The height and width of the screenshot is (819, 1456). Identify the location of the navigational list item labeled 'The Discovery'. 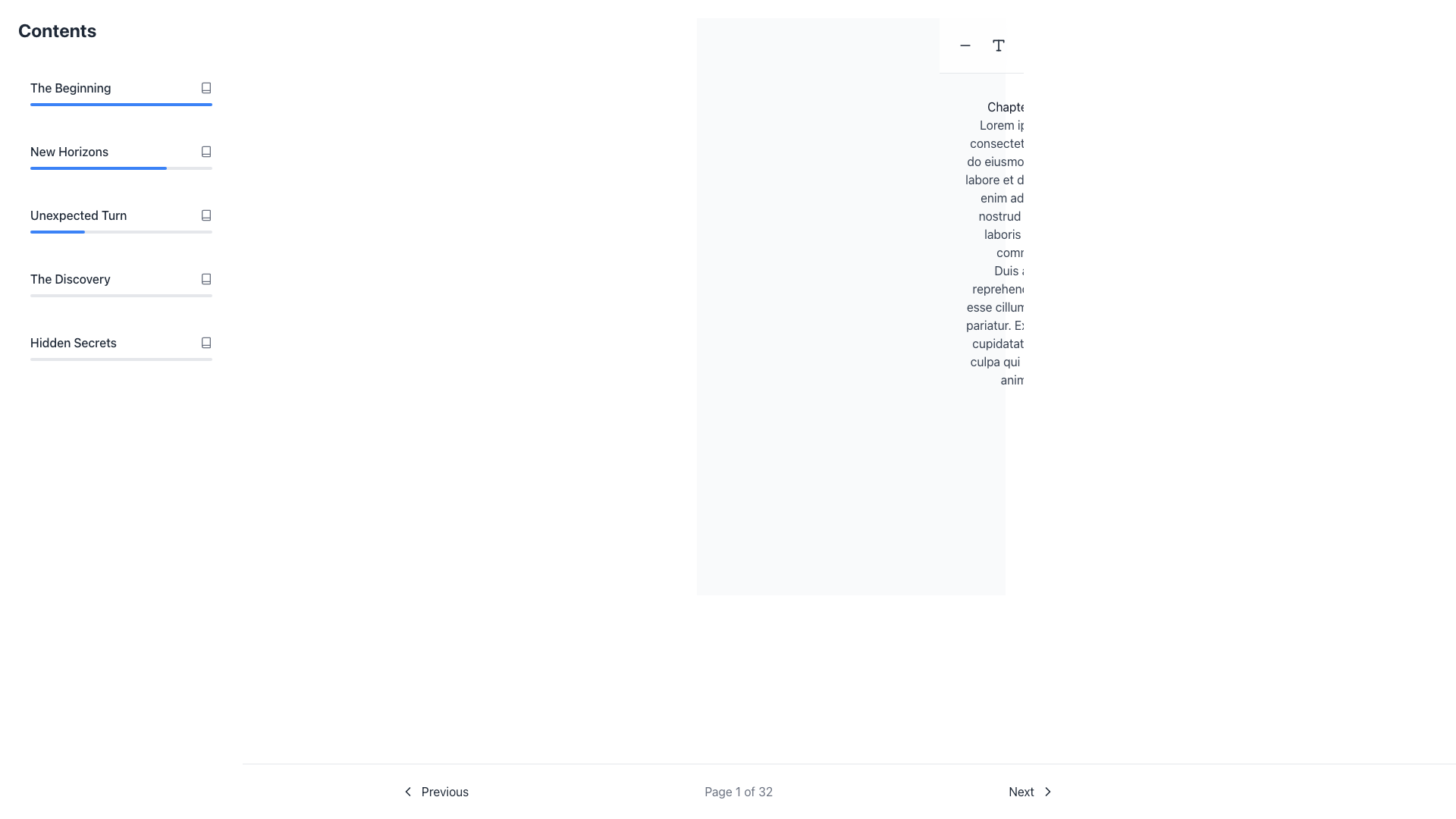
(120, 284).